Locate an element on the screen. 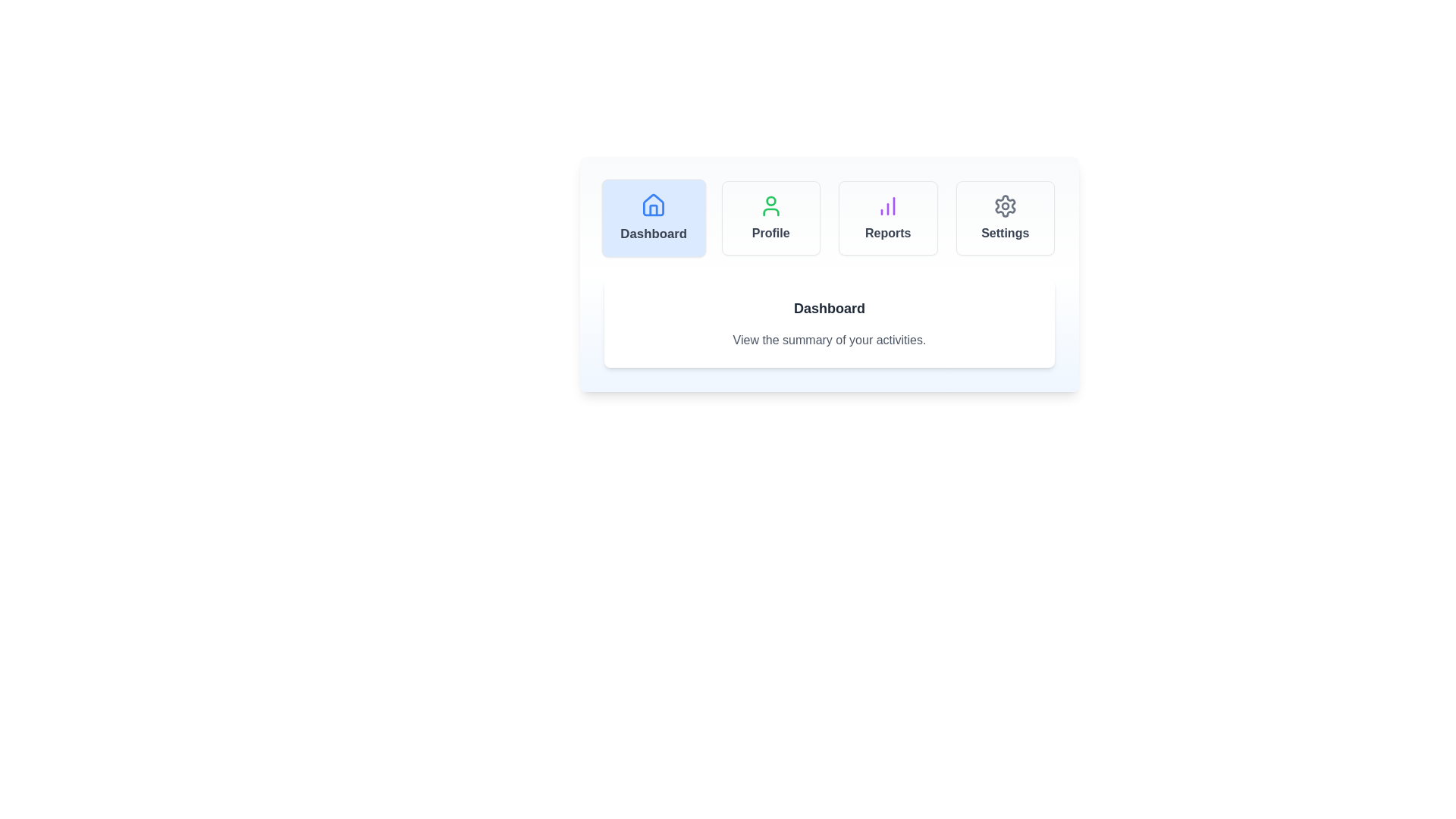  the tab labeled 'Settings' to observe its hover effect is located at coordinates (1005, 218).